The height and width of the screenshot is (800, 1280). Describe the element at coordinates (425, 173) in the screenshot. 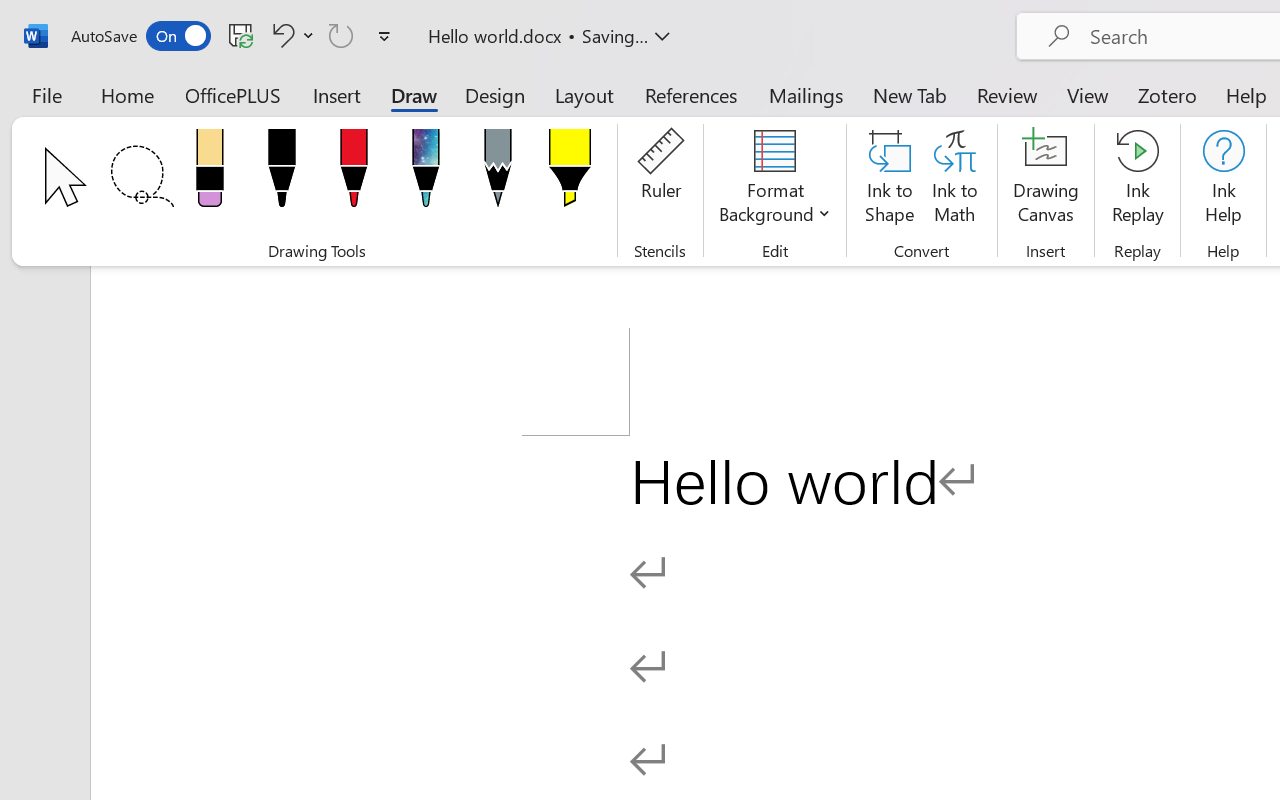

I see `'Pen: Galaxy, 1 mm'` at that location.